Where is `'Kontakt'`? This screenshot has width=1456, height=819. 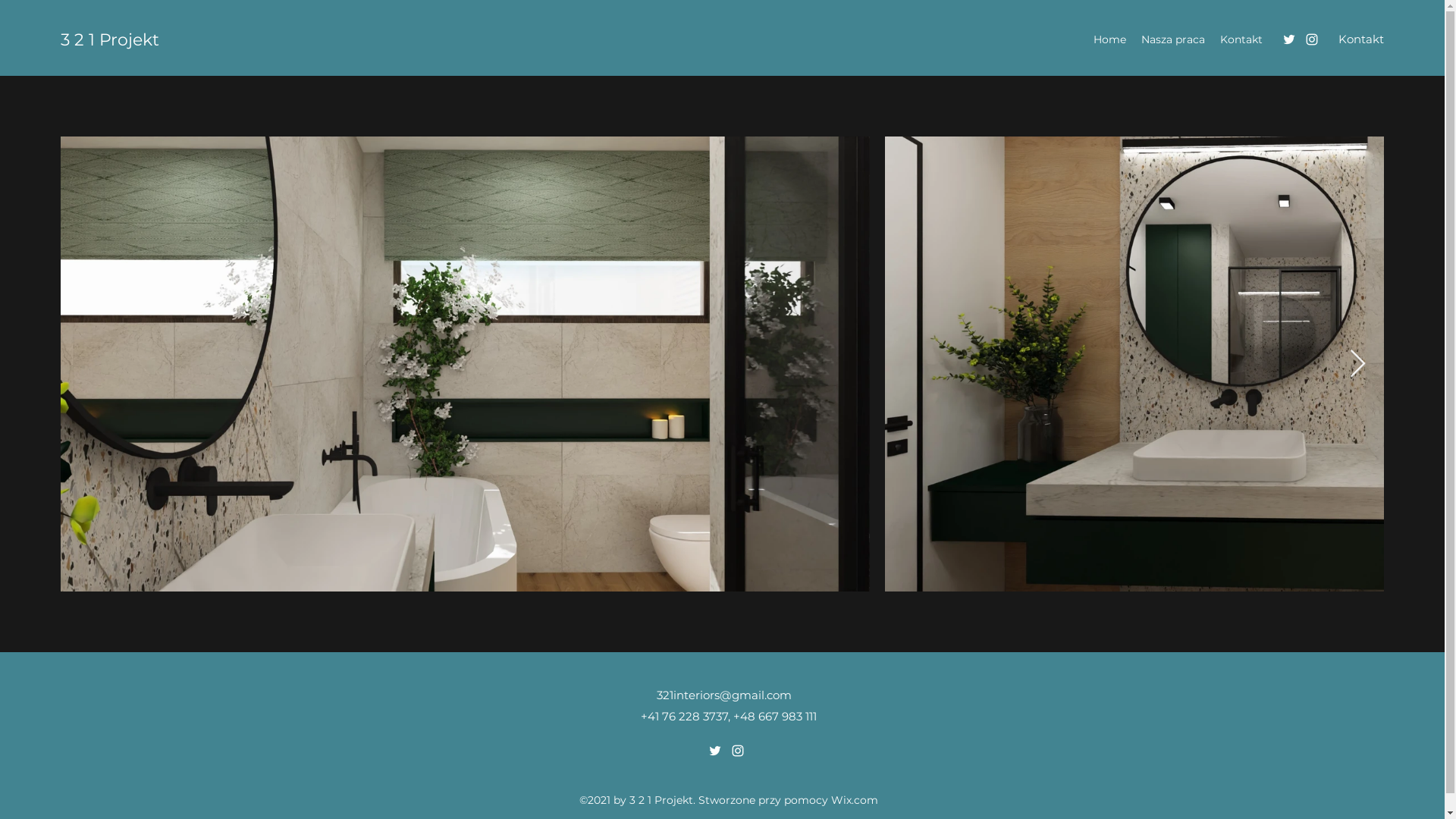 'Kontakt' is located at coordinates (1361, 39).